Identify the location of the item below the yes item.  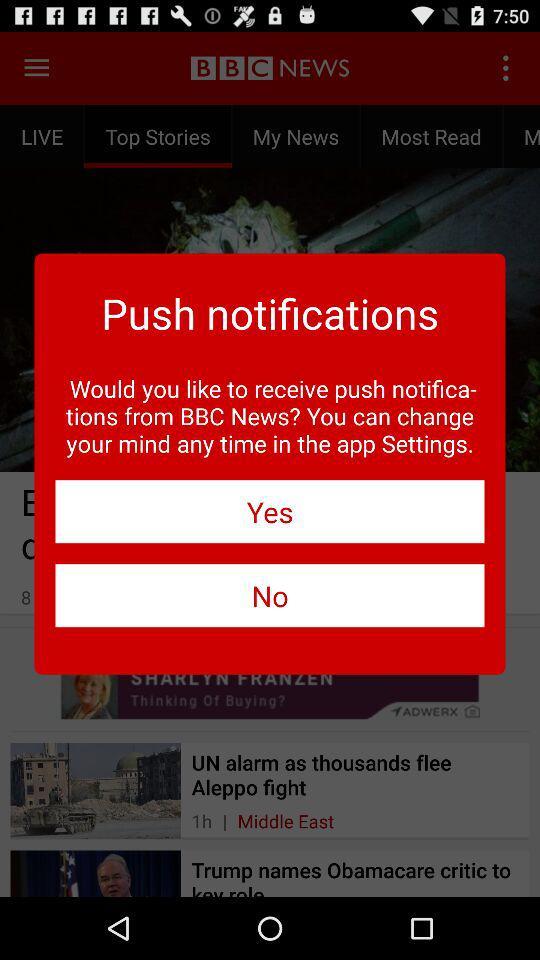
(270, 595).